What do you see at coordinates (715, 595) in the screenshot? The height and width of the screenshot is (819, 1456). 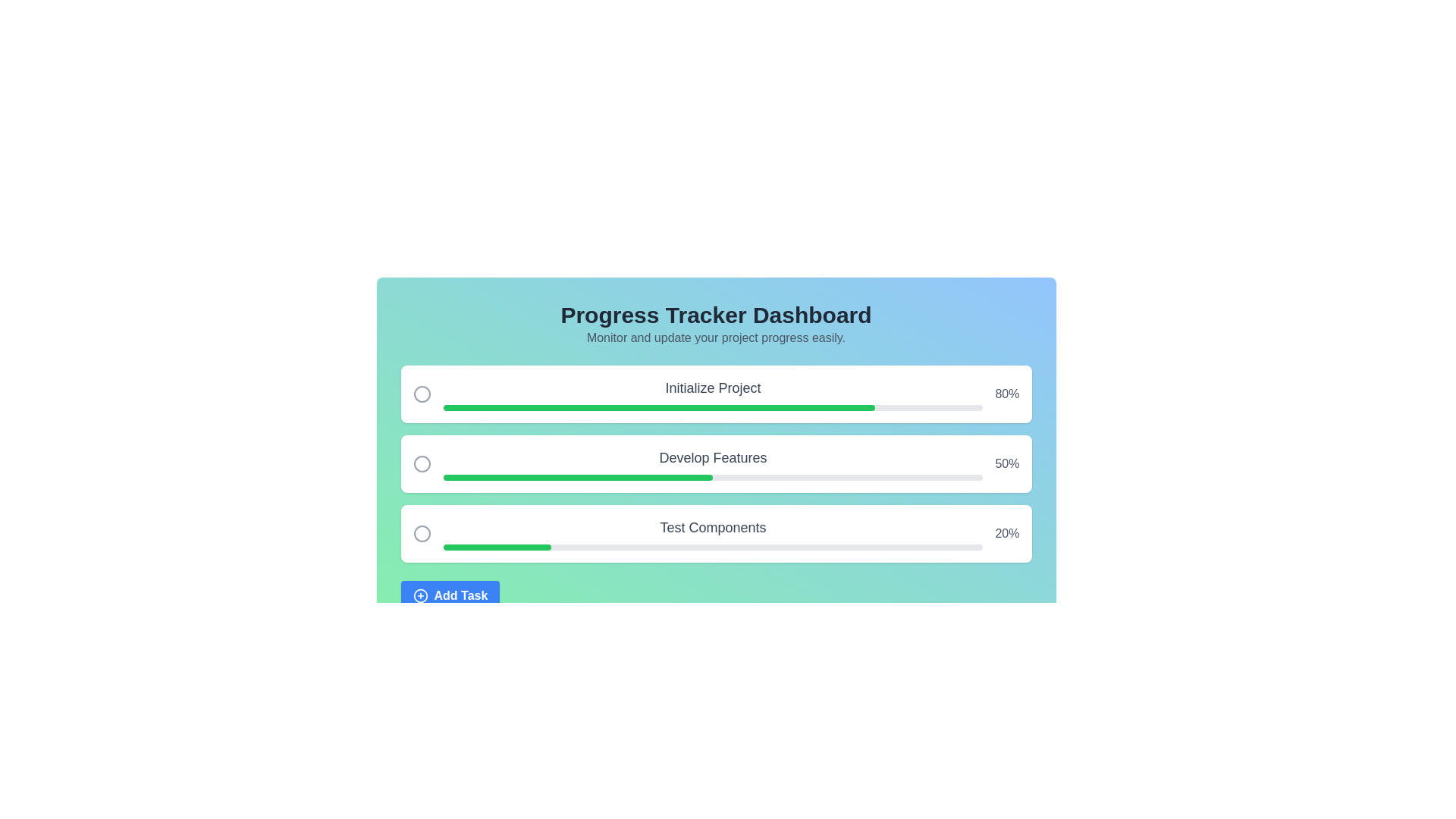 I see `the button located at the bottom-center of the dashboard interface that allows users to add a new task to the progress tracker` at bounding box center [715, 595].